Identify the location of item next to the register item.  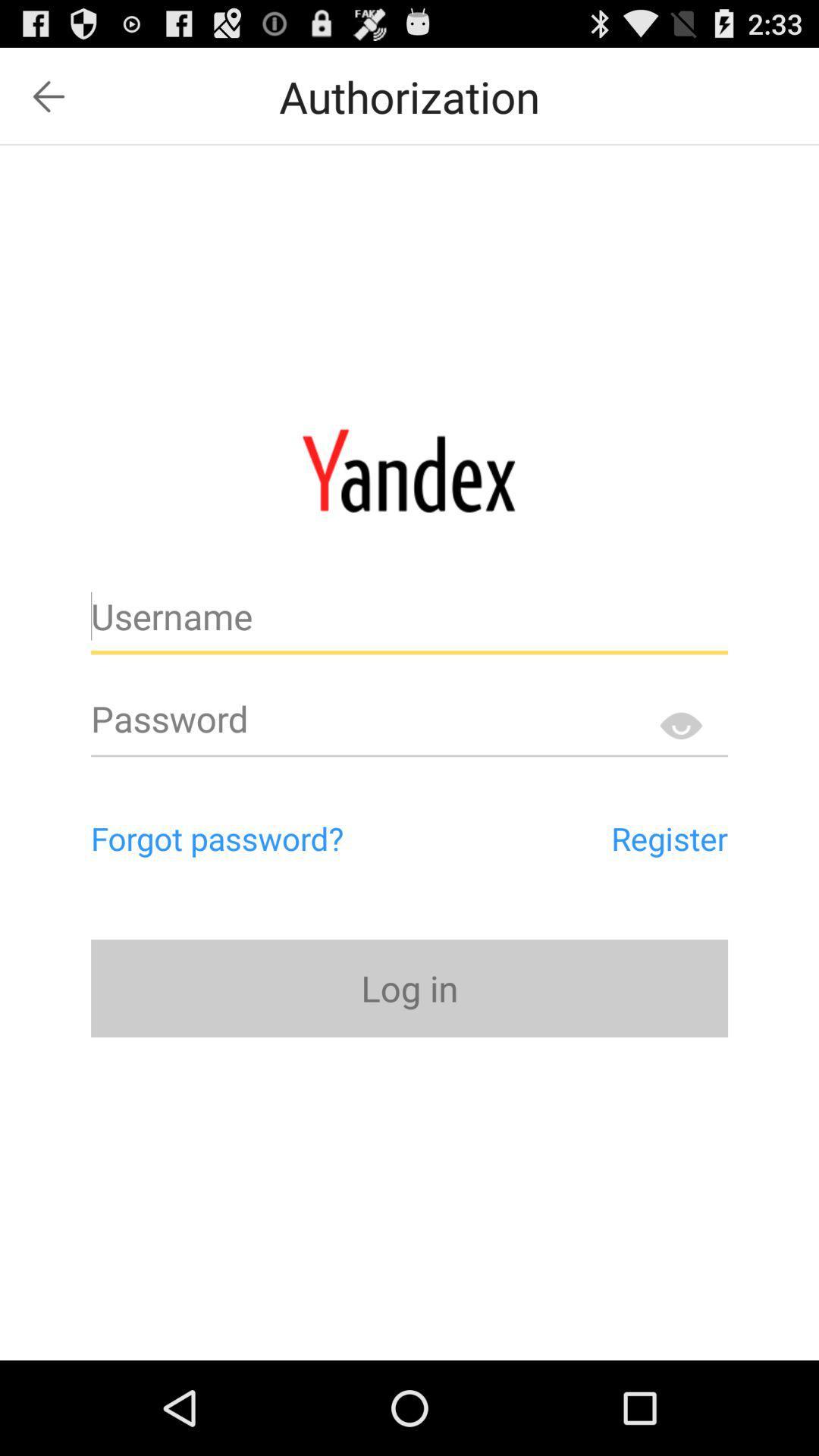
(281, 837).